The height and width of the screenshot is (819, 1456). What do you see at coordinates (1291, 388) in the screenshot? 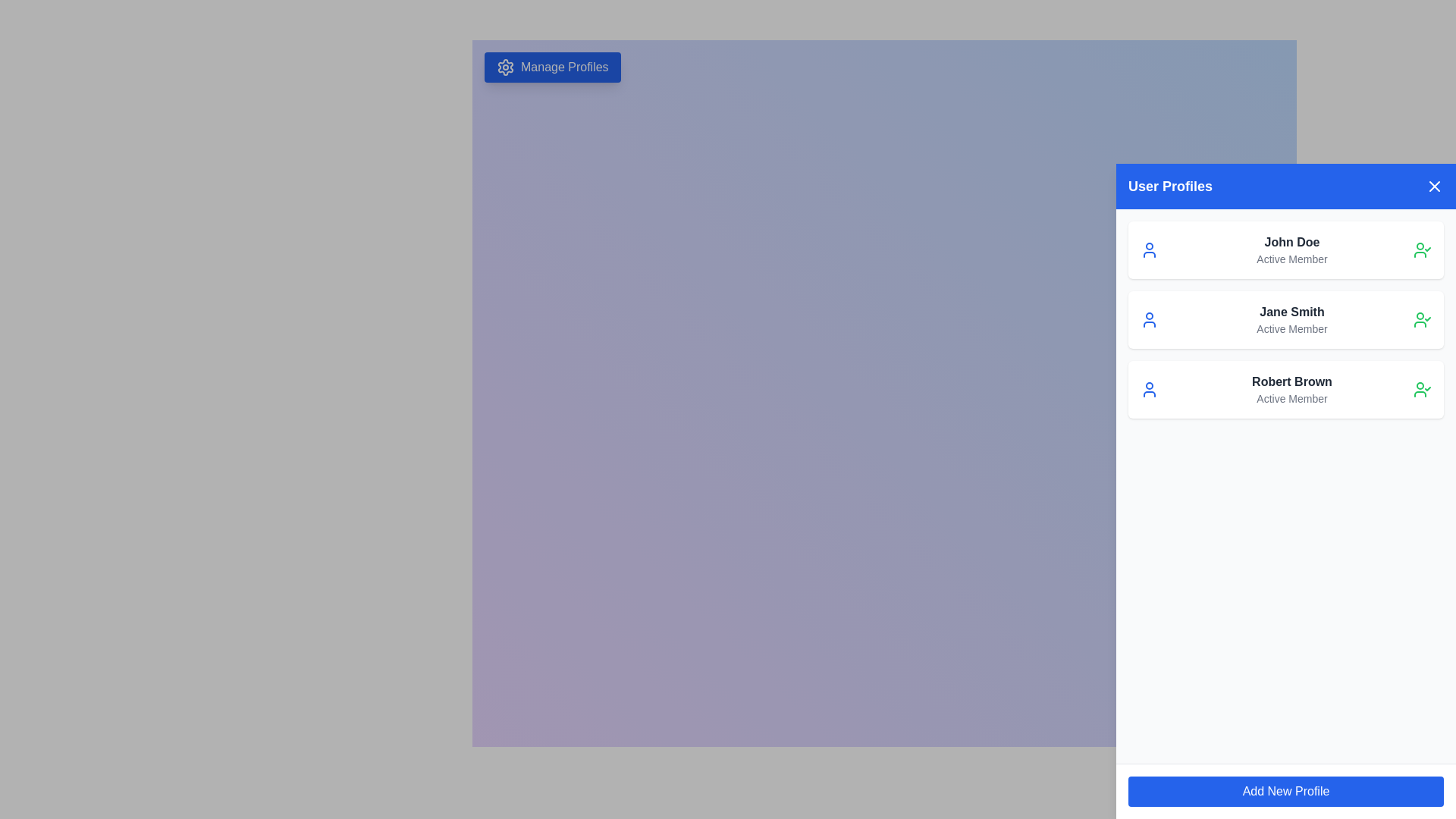
I see `the Text component displaying 'Robert Brown' and 'Active Member', which is the third entry in the user profiles list, located in the right panel of the interface` at bounding box center [1291, 388].